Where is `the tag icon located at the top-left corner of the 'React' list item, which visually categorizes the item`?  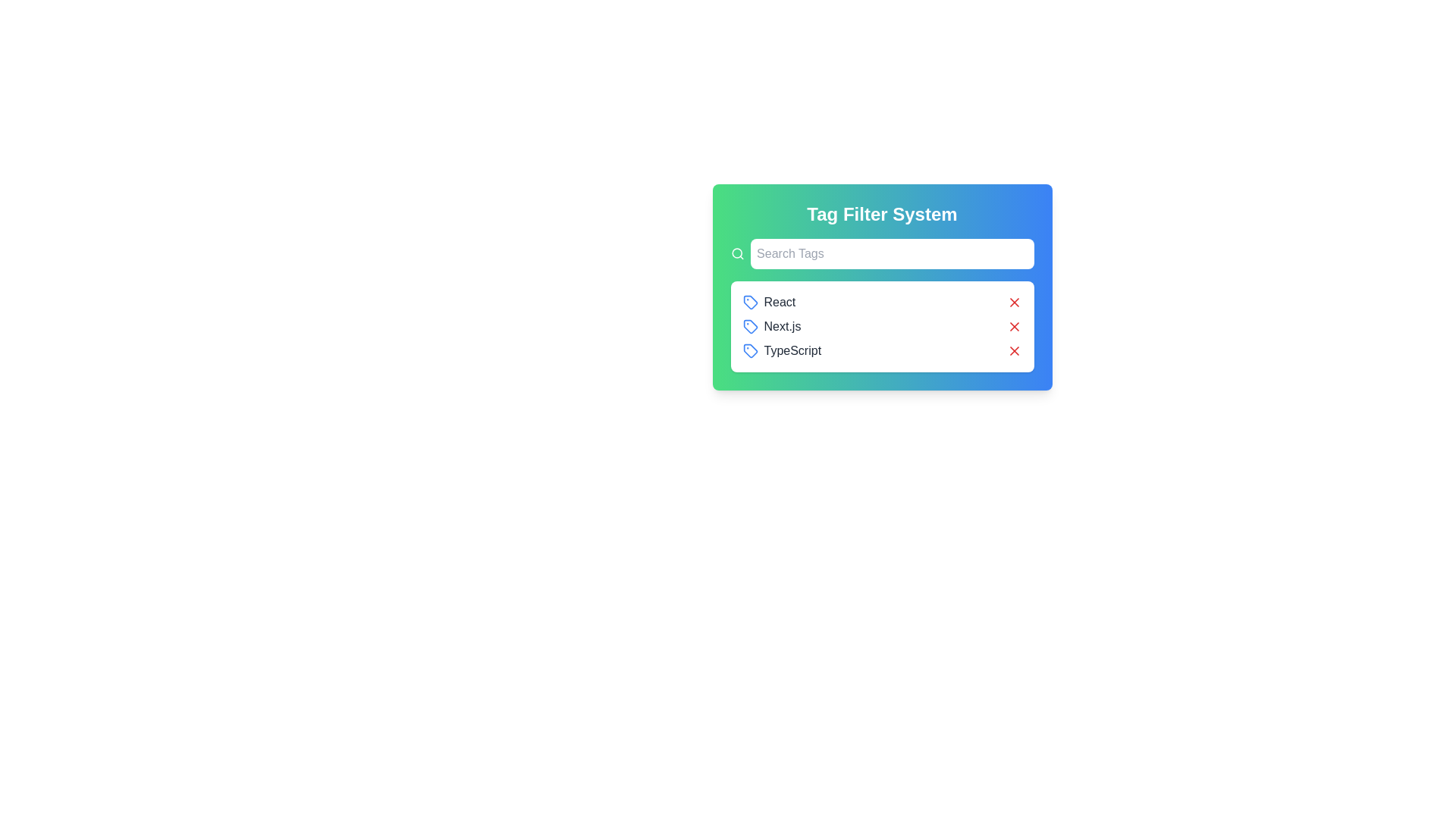
the tag icon located at the top-left corner of the 'React' list item, which visually categorizes the item is located at coordinates (750, 302).